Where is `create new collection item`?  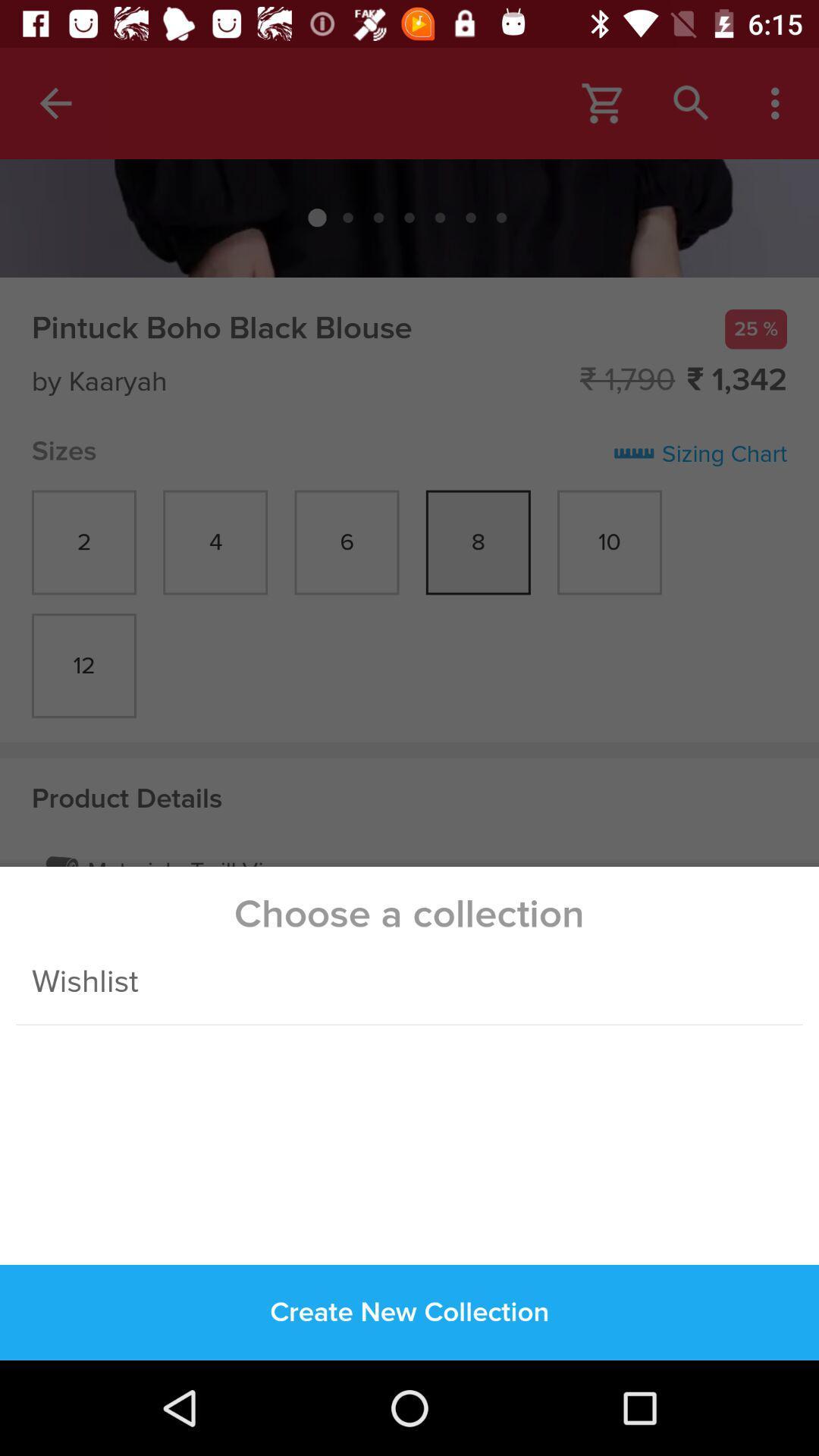
create new collection item is located at coordinates (409, 1312).